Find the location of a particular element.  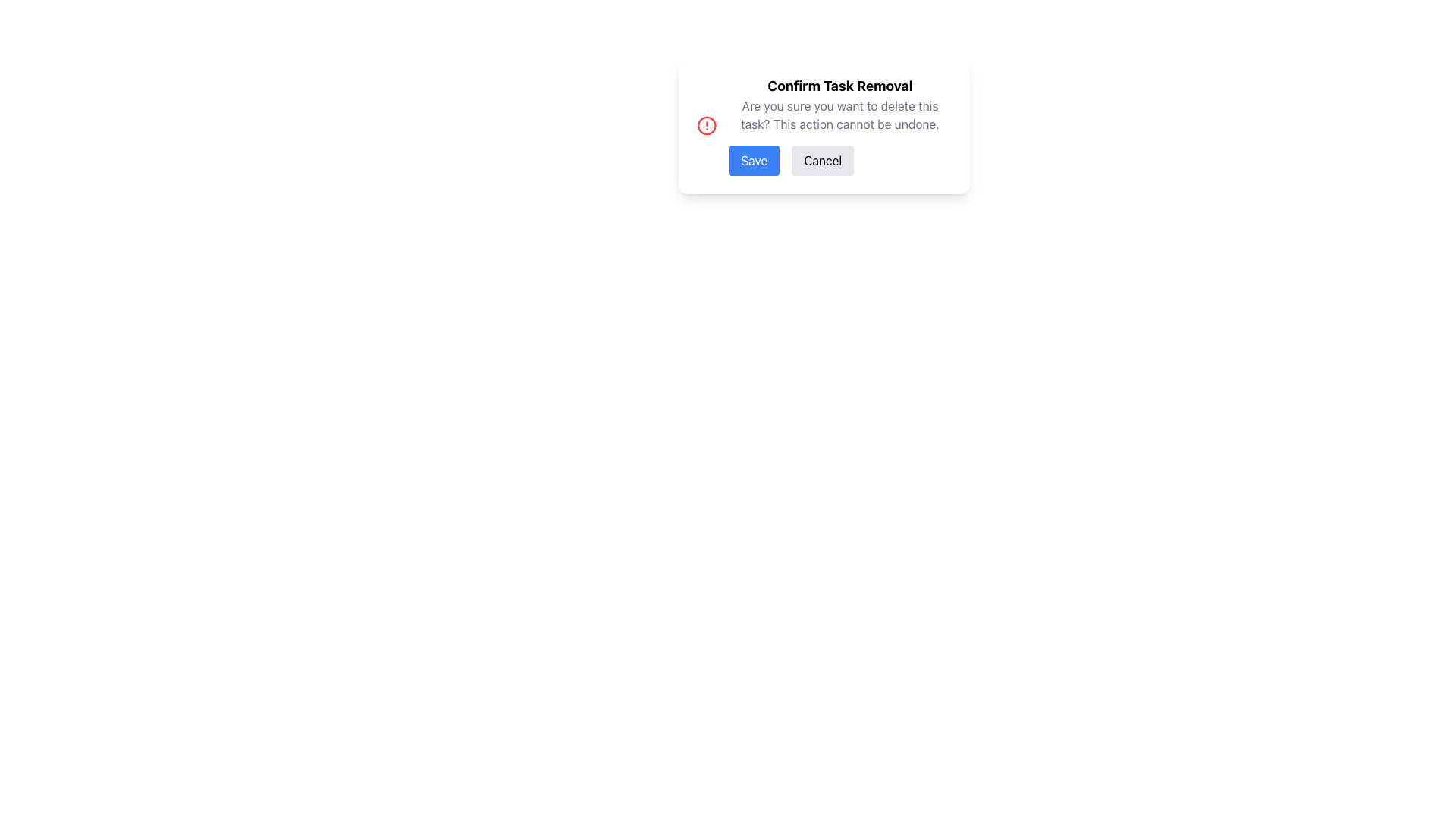

the 'Cancel' button, which is the second button in a horizontal row at the bottom center of the modal dialog box is located at coordinates (822, 161).